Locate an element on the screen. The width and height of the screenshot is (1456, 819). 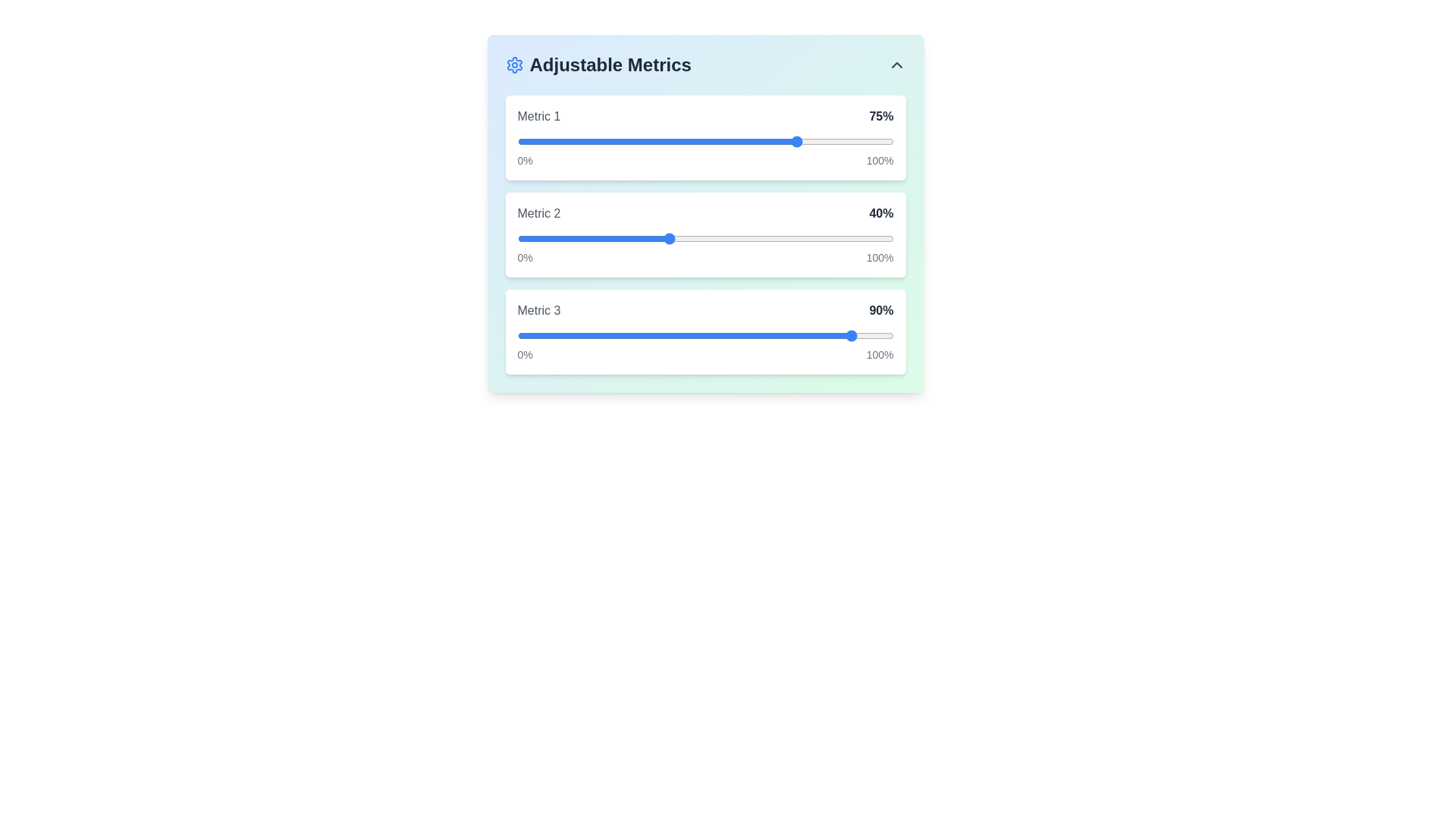
the slider element for 'Metric 3' is located at coordinates (704, 331).